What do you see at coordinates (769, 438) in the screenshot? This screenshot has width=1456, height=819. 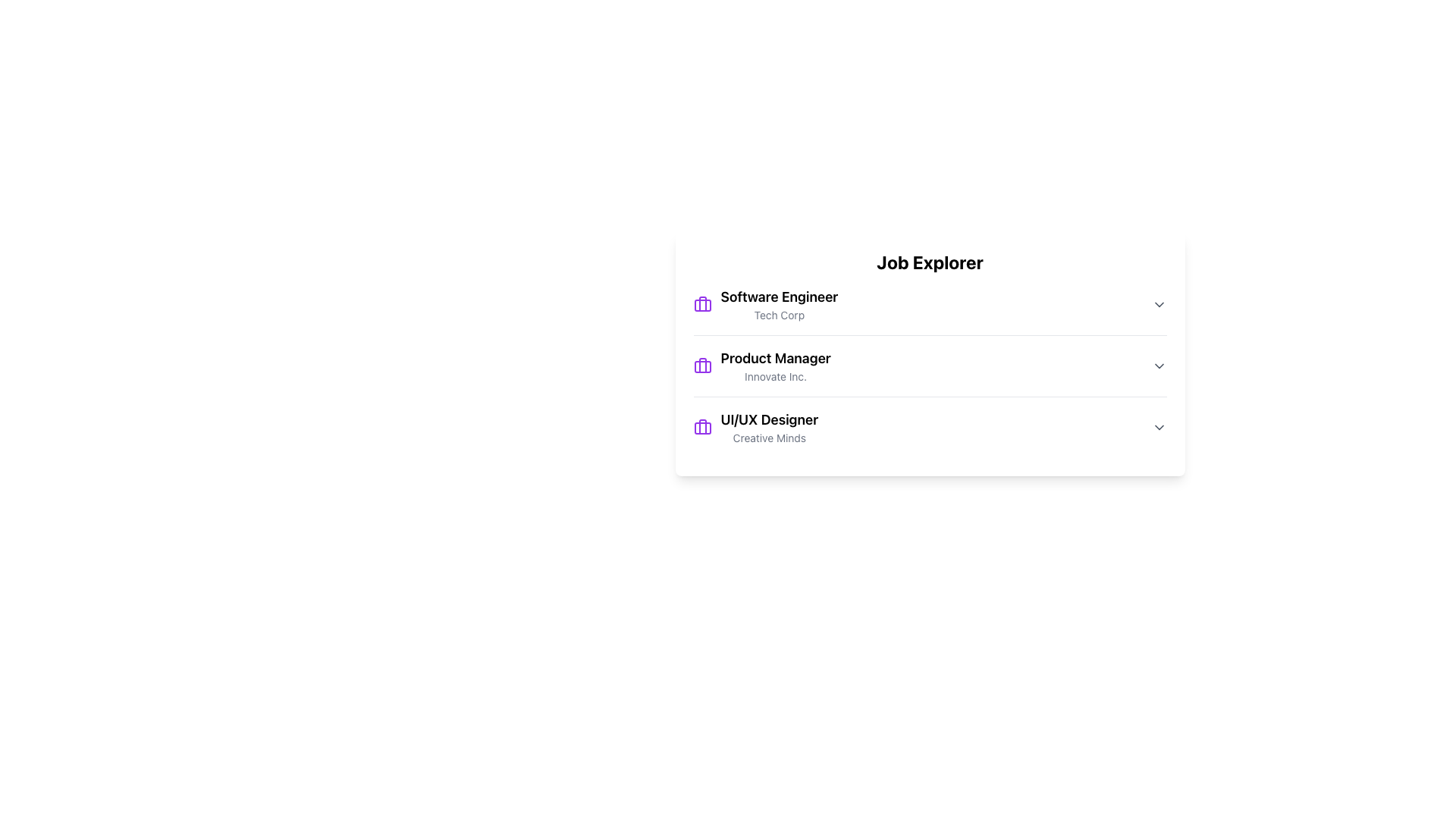 I see `text label 'Creative Minds', which is styled in a small gray font and located below the 'UI/UX Designer' label in the Job Explorer section` at bounding box center [769, 438].